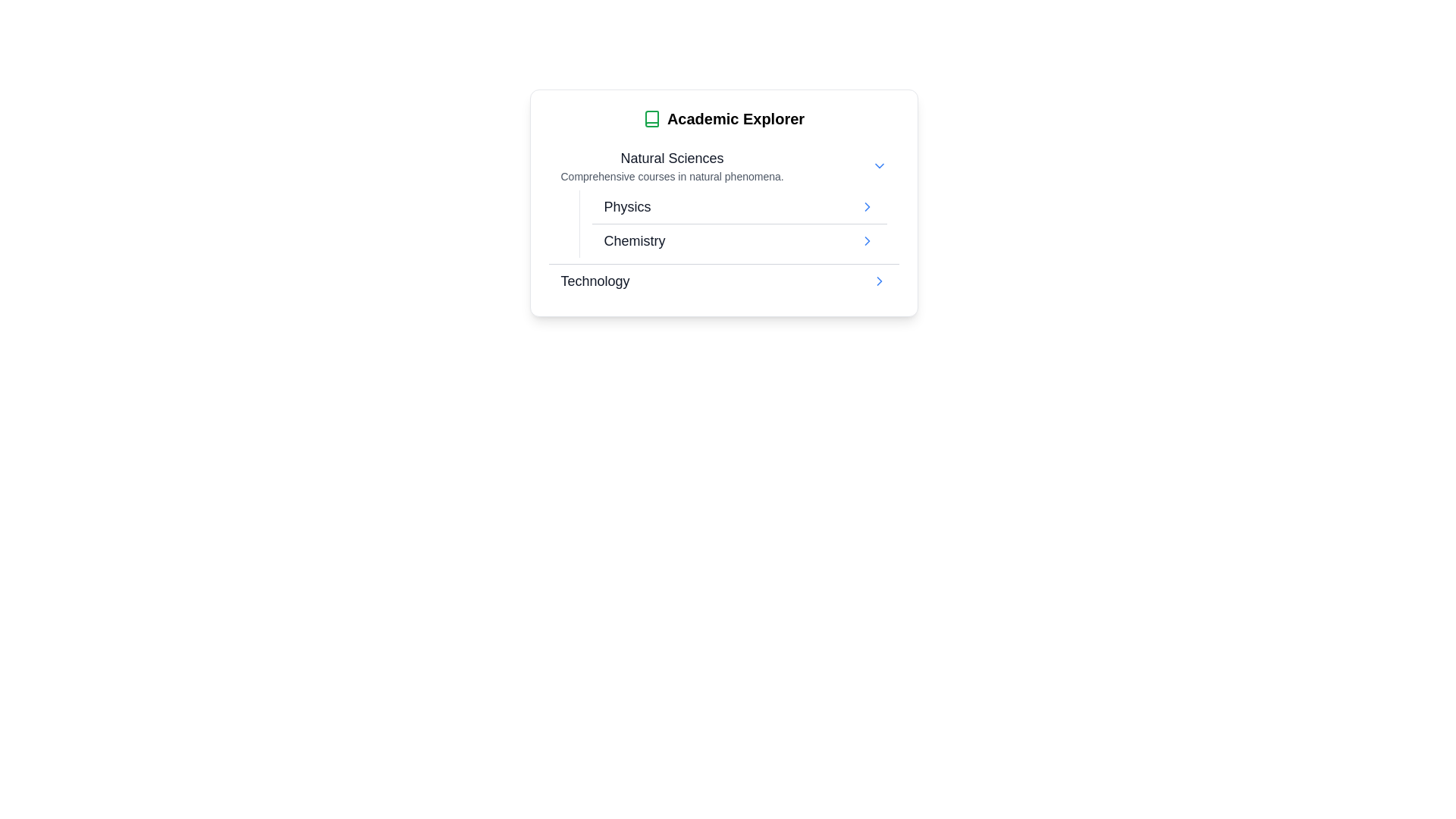 The height and width of the screenshot is (819, 1456). What do you see at coordinates (867, 240) in the screenshot?
I see `the chevron icon button located to the right of the 'Chemistry' text` at bounding box center [867, 240].